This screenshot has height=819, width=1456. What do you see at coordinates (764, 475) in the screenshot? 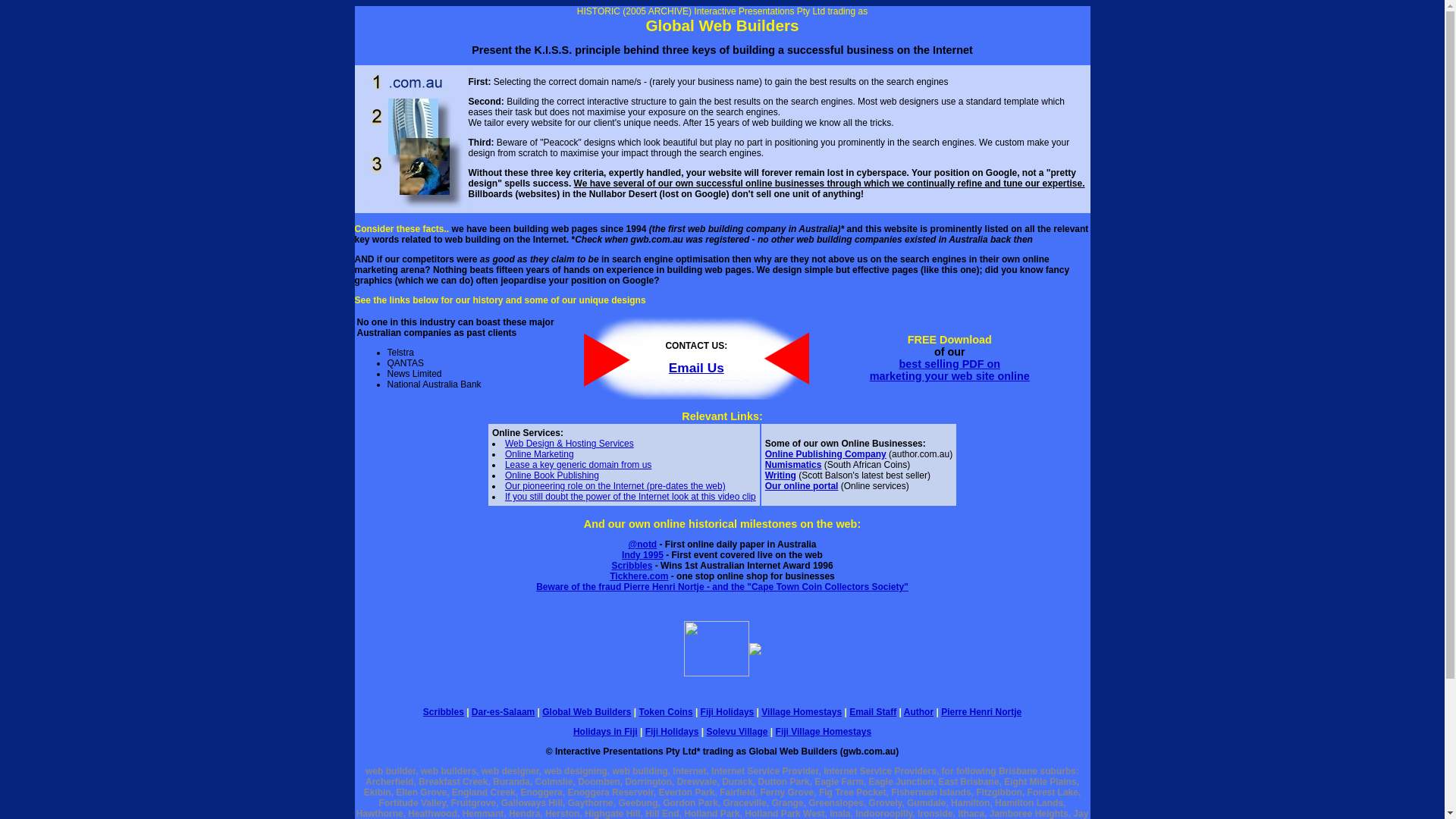
I see `'Writing'` at bounding box center [764, 475].